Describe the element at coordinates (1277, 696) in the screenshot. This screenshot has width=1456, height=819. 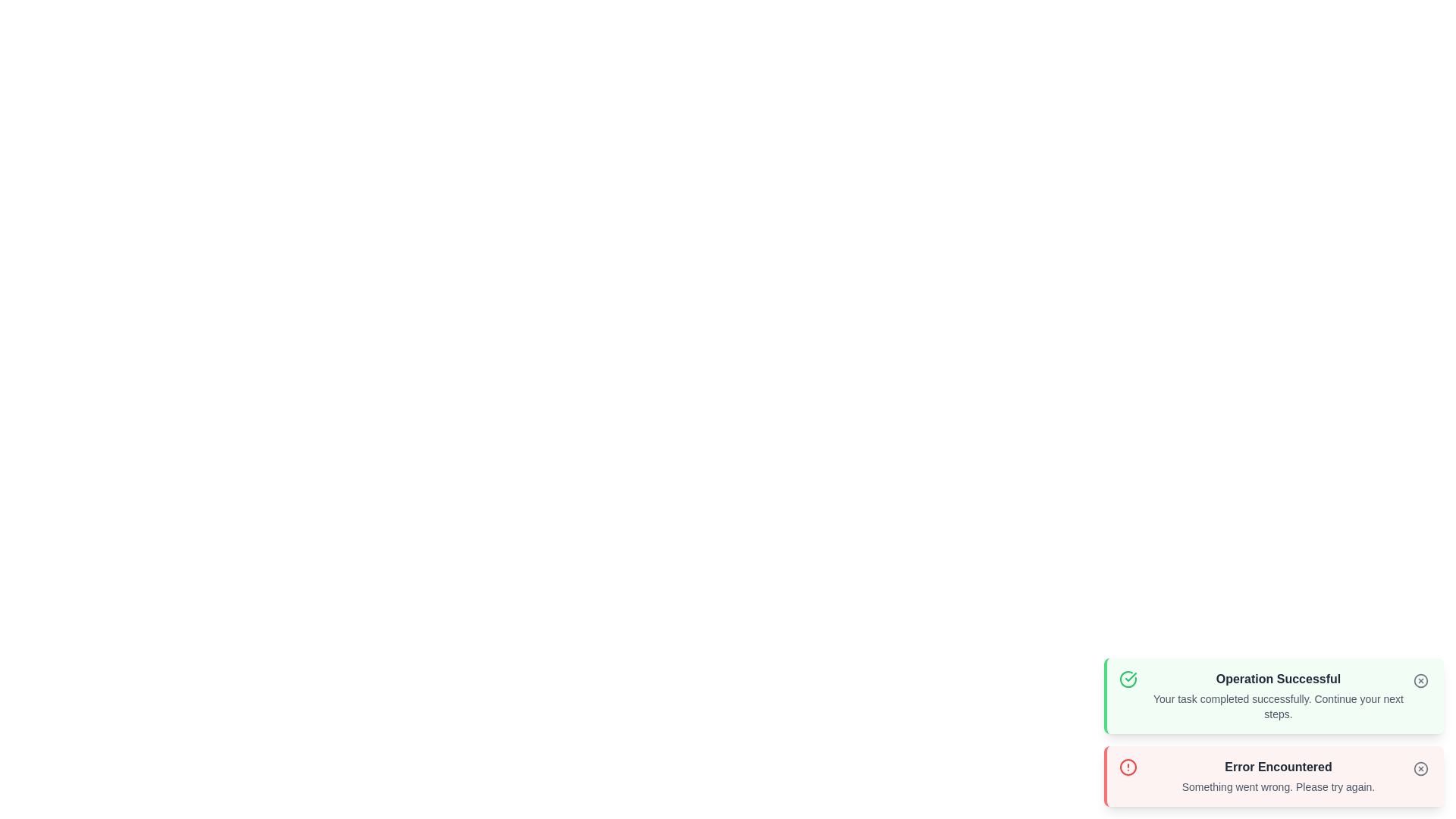
I see `text content of the notification box that displays 'Operation Successful' and 'Your task completed successfully. Continue your next steps.'` at that location.